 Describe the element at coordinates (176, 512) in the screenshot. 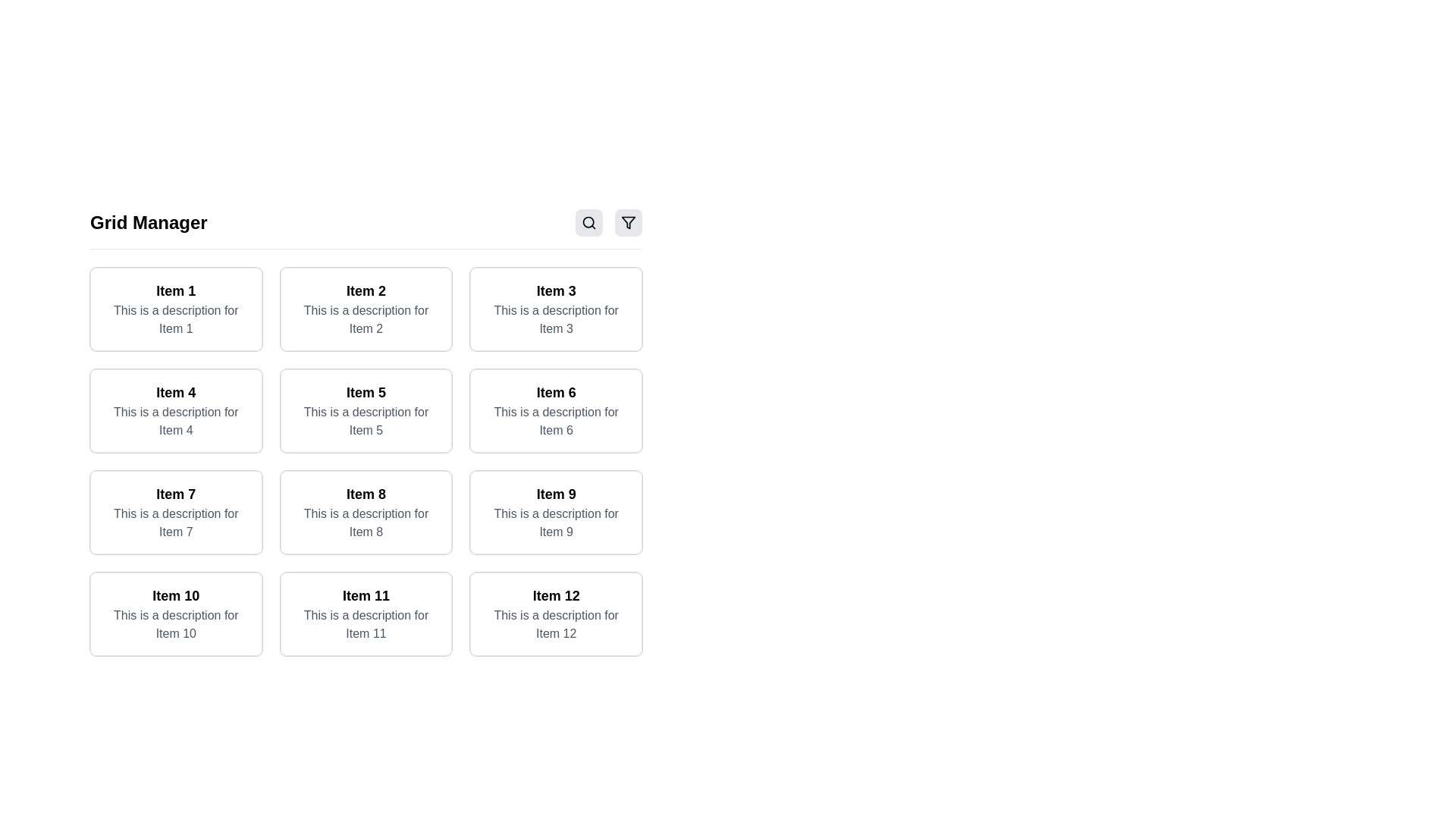

I see `the card representing 'Item 7', which is located in the fourth row and the first column of a 3-column grid layout` at that location.